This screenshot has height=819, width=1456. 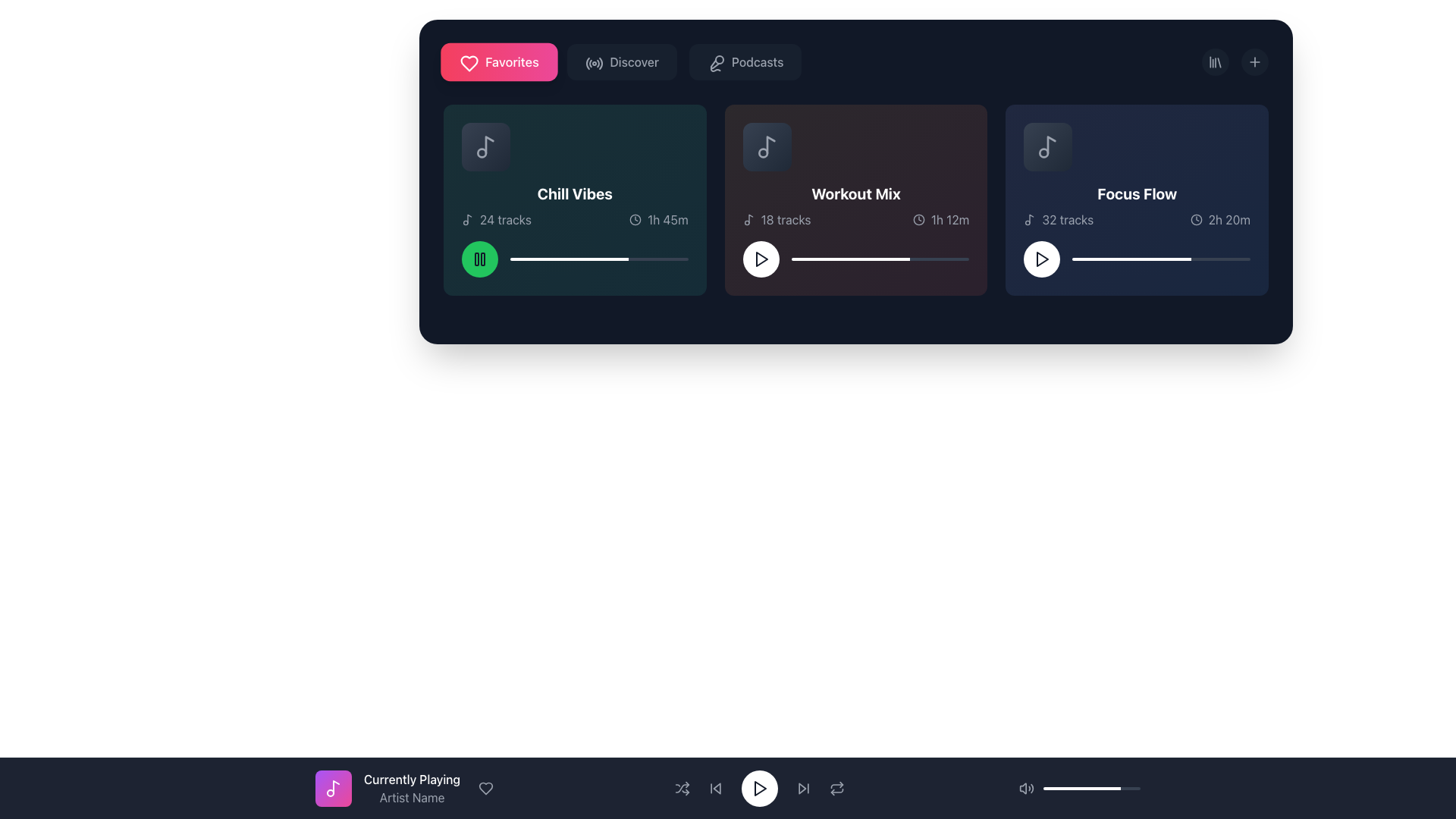 What do you see at coordinates (1137, 199) in the screenshot?
I see `text displayed on the 'Focus Flow' label, which is styled in bold white font on a dark blue background within the third card of the second section` at bounding box center [1137, 199].